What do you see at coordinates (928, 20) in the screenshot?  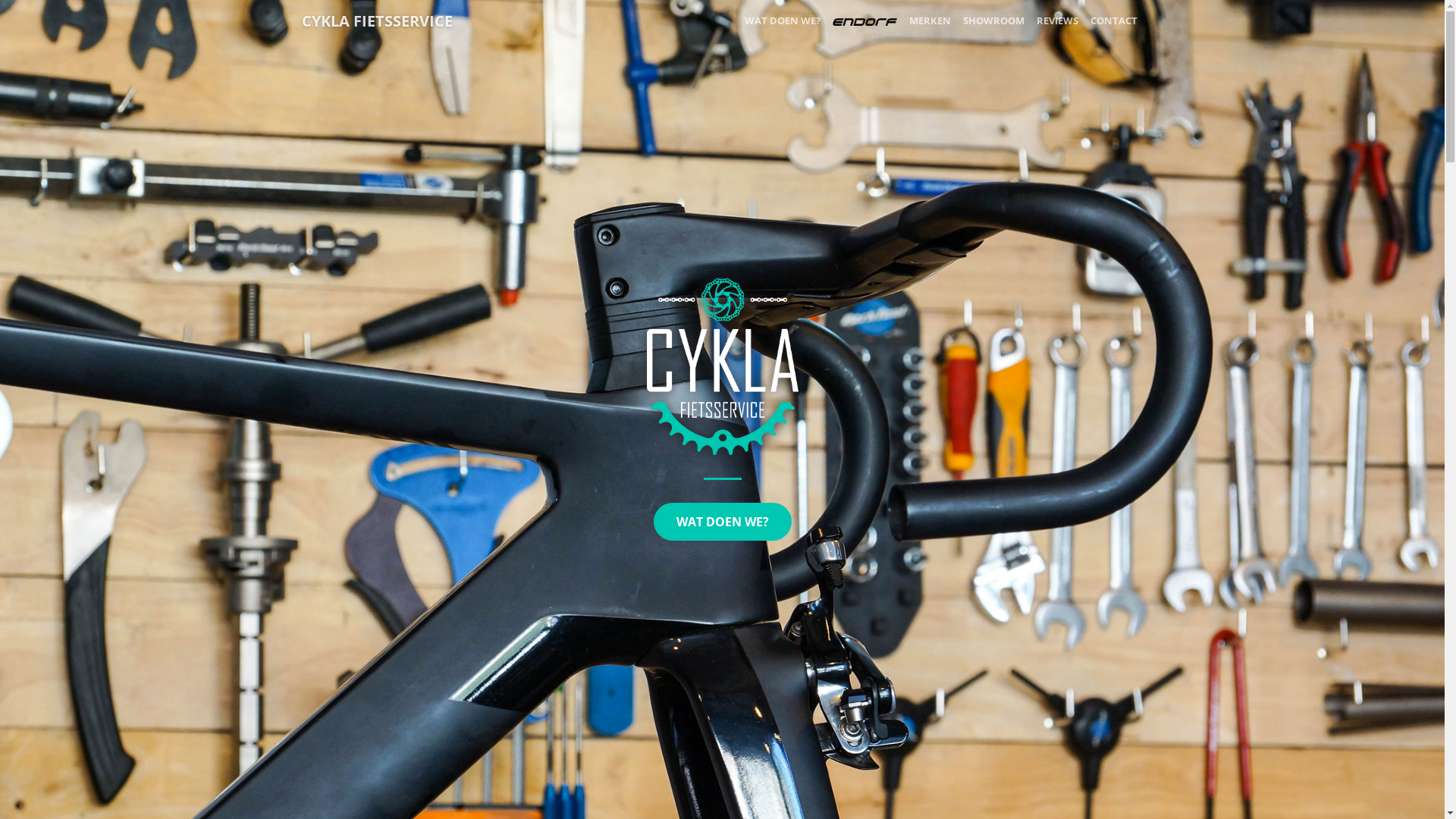 I see `'MERKEN'` at bounding box center [928, 20].